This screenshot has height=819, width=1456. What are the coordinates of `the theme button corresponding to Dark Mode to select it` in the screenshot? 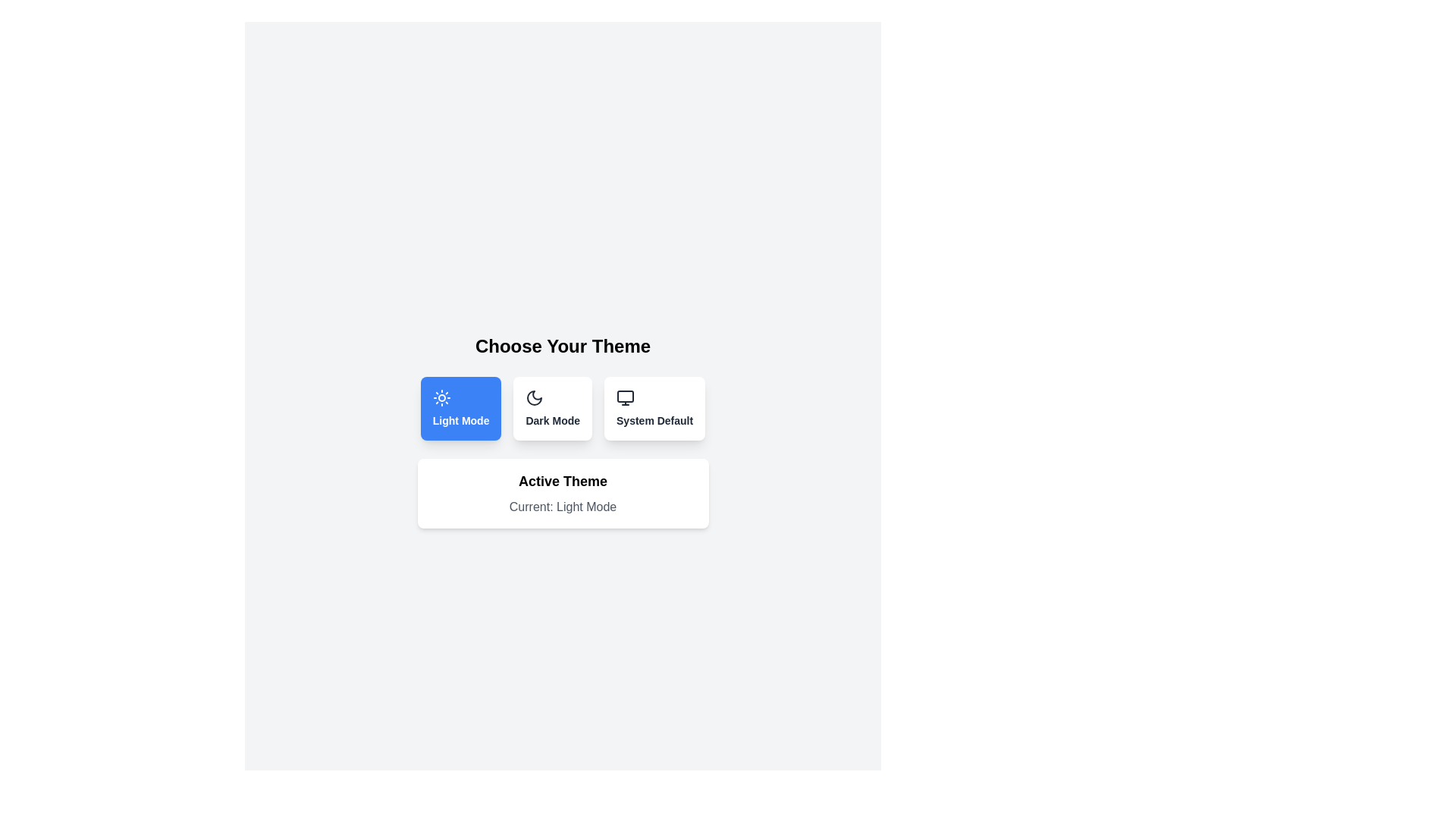 It's located at (552, 408).